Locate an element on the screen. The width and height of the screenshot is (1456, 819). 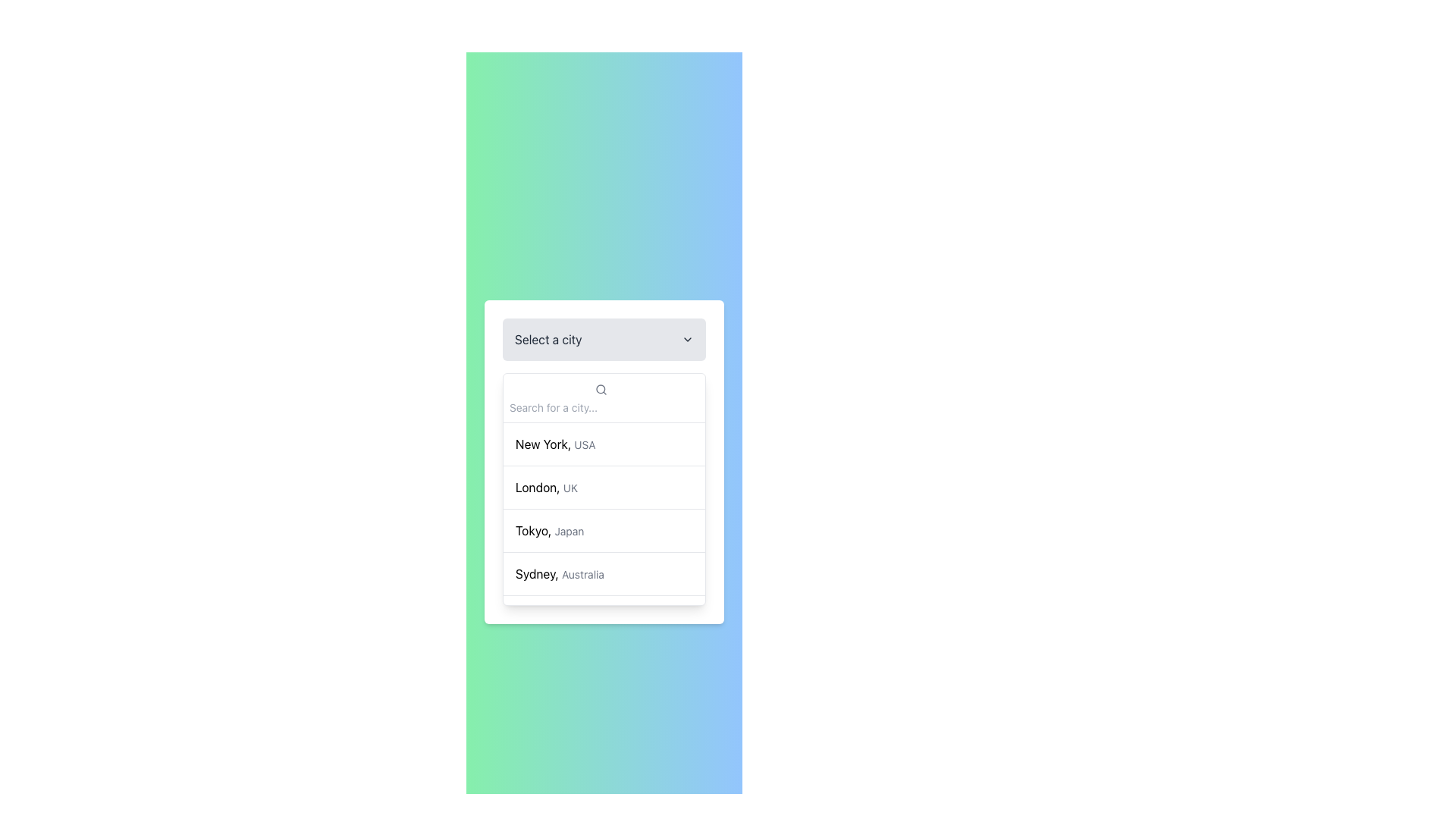
text label indicating the country corresponding to 'New York' in the dropdown list, which is positioned within the dropdown as part of 'New York, USA' is located at coordinates (584, 444).